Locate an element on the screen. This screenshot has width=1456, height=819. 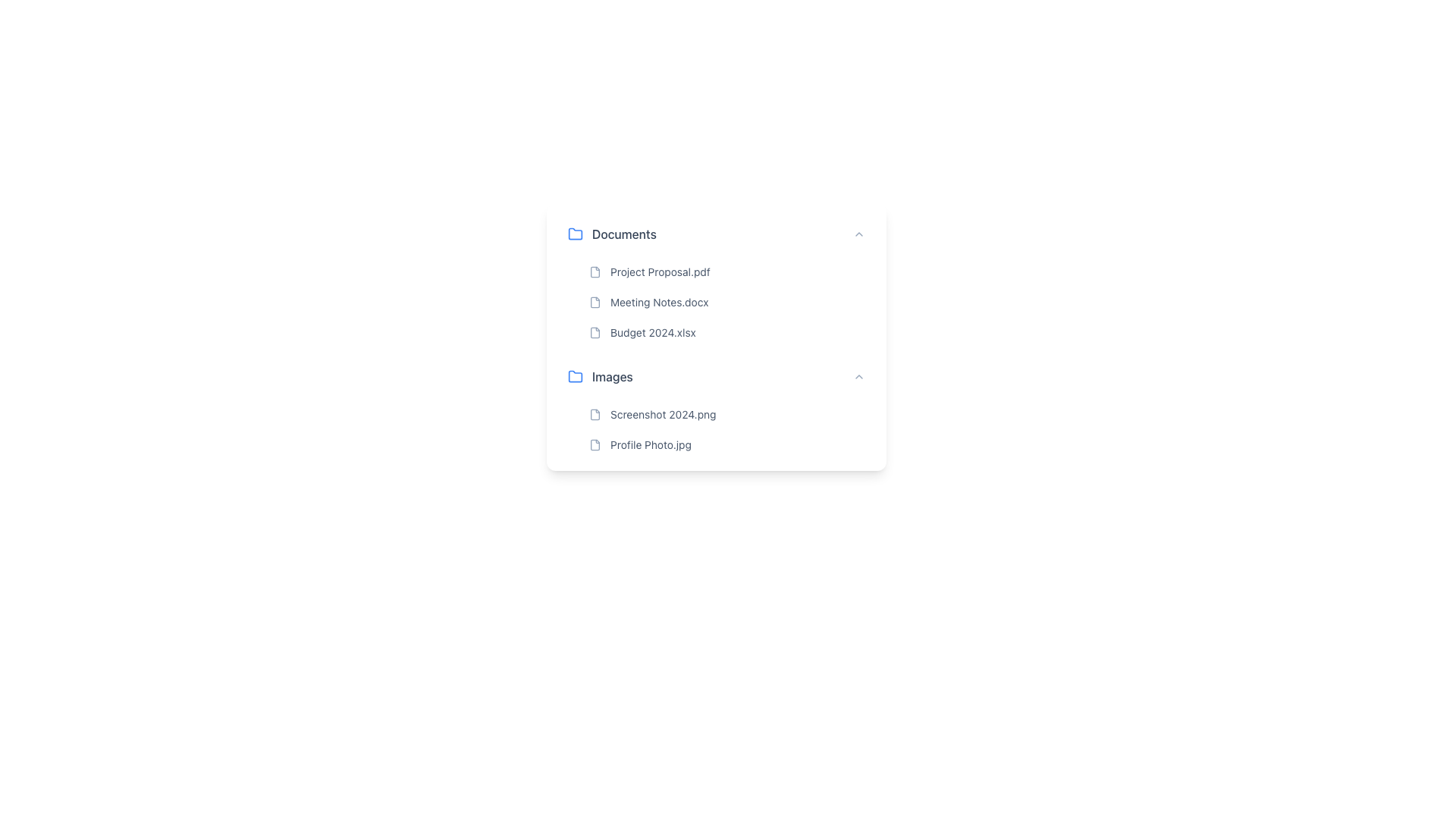
the fourth list item with folder functionality labeled 'Images' is located at coordinates (716, 376).